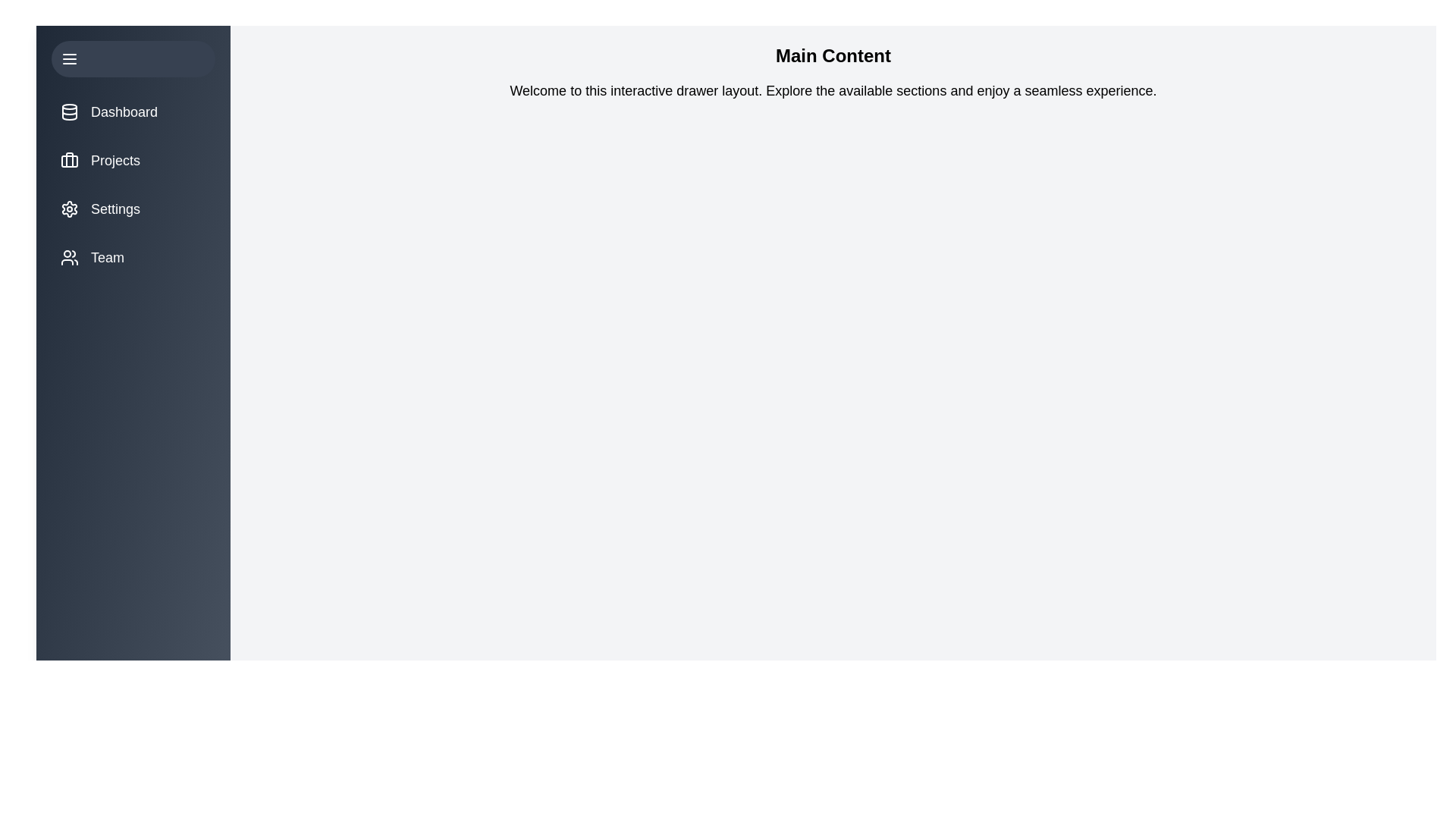 This screenshot has width=1456, height=819. I want to click on the menu item Settings from the drawer, so click(133, 209).